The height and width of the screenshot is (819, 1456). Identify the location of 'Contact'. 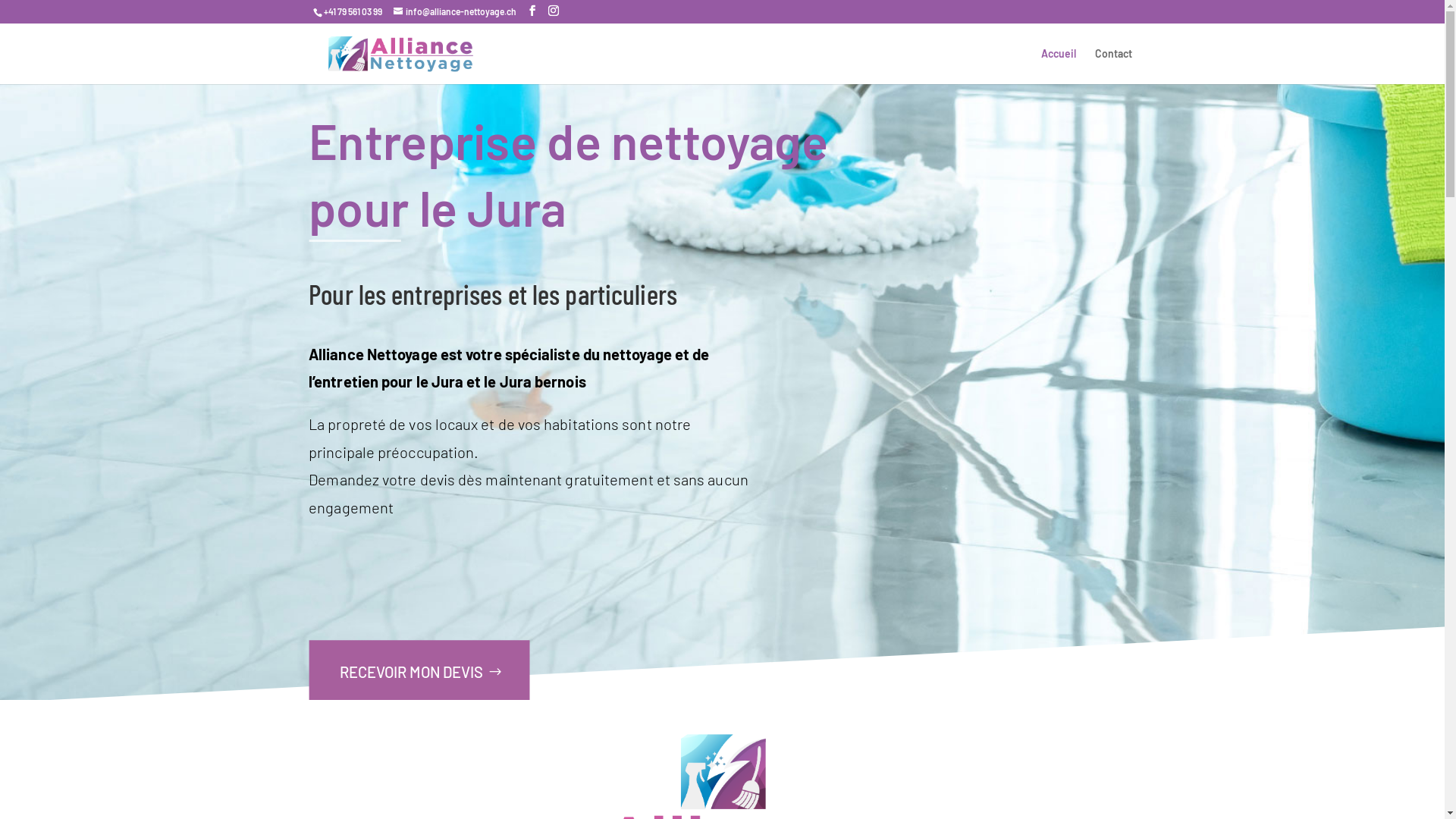
(1113, 65).